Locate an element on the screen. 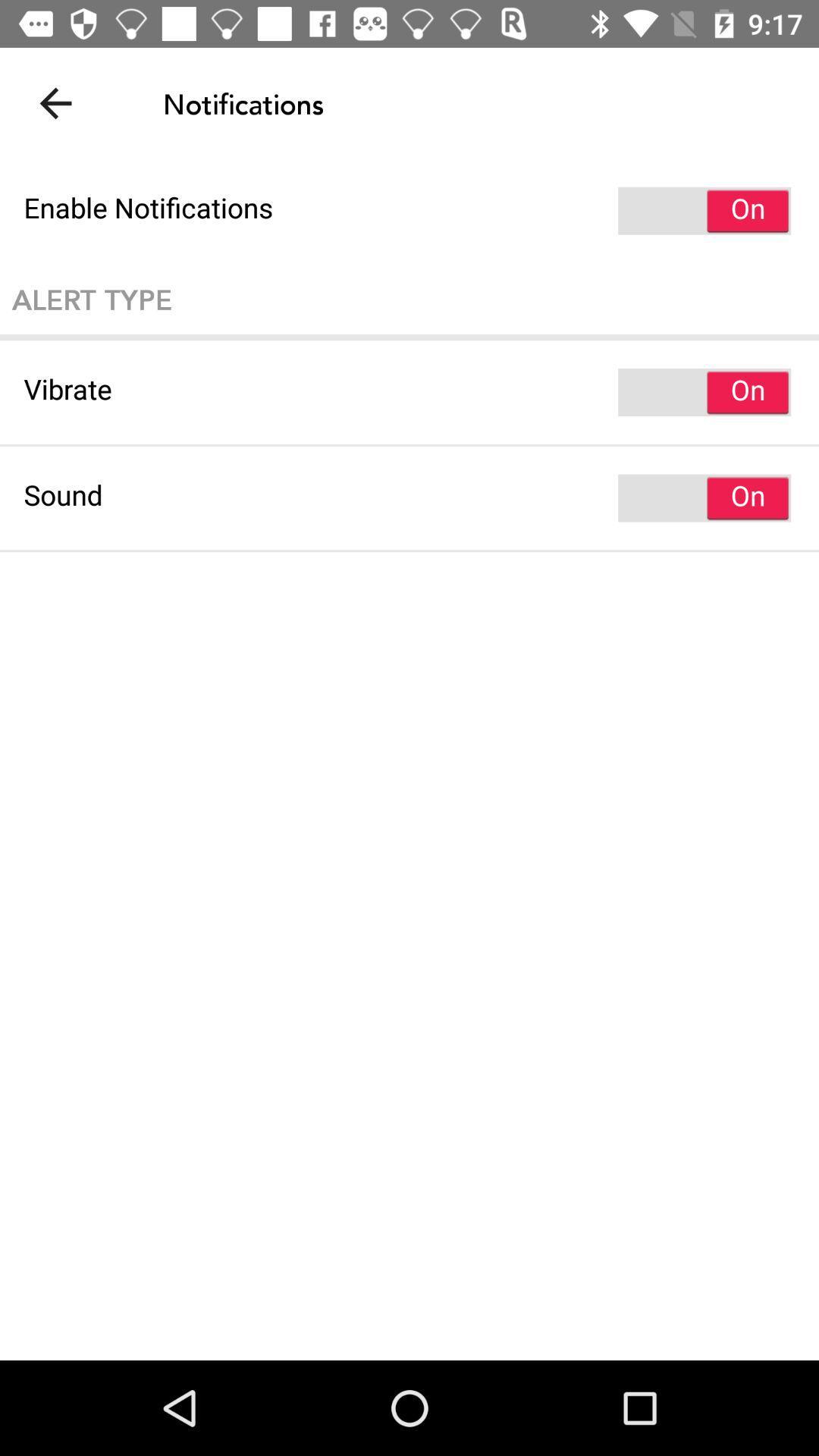 Image resolution: width=819 pixels, height=1456 pixels. icon next to the notifications item is located at coordinates (55, 102).